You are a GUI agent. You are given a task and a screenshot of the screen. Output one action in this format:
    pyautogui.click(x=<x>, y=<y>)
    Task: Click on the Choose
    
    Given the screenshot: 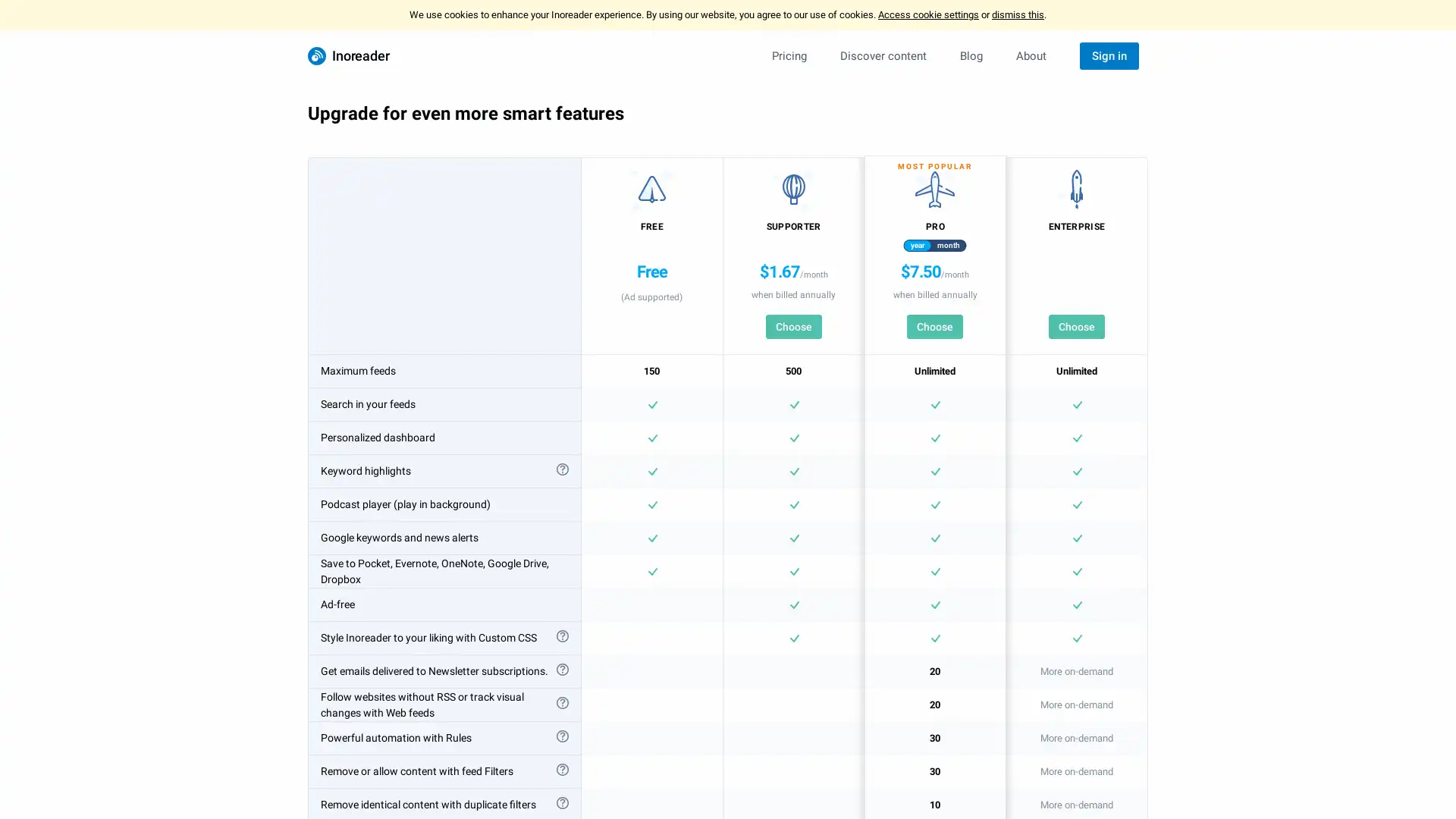 What is the action you would take?
    pyautogui.click(x=1076, y=326)
    